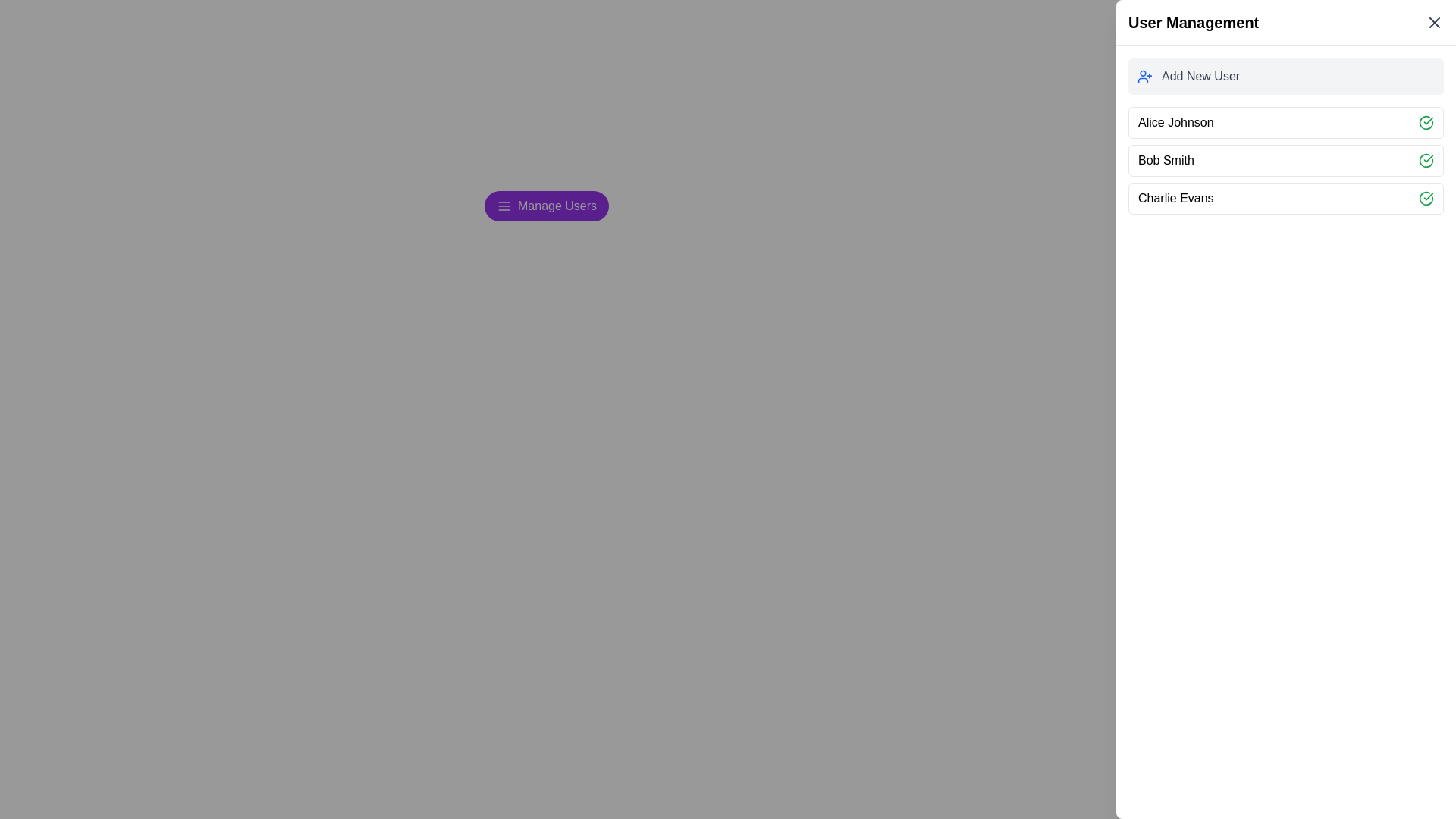  What do you see at coordinates (1175, 122) in the screenshot?
I see `the text label displaying the username 'Alice Johnson', which is the first item in the vertical list of user names` at bounding box center [1175, 122].